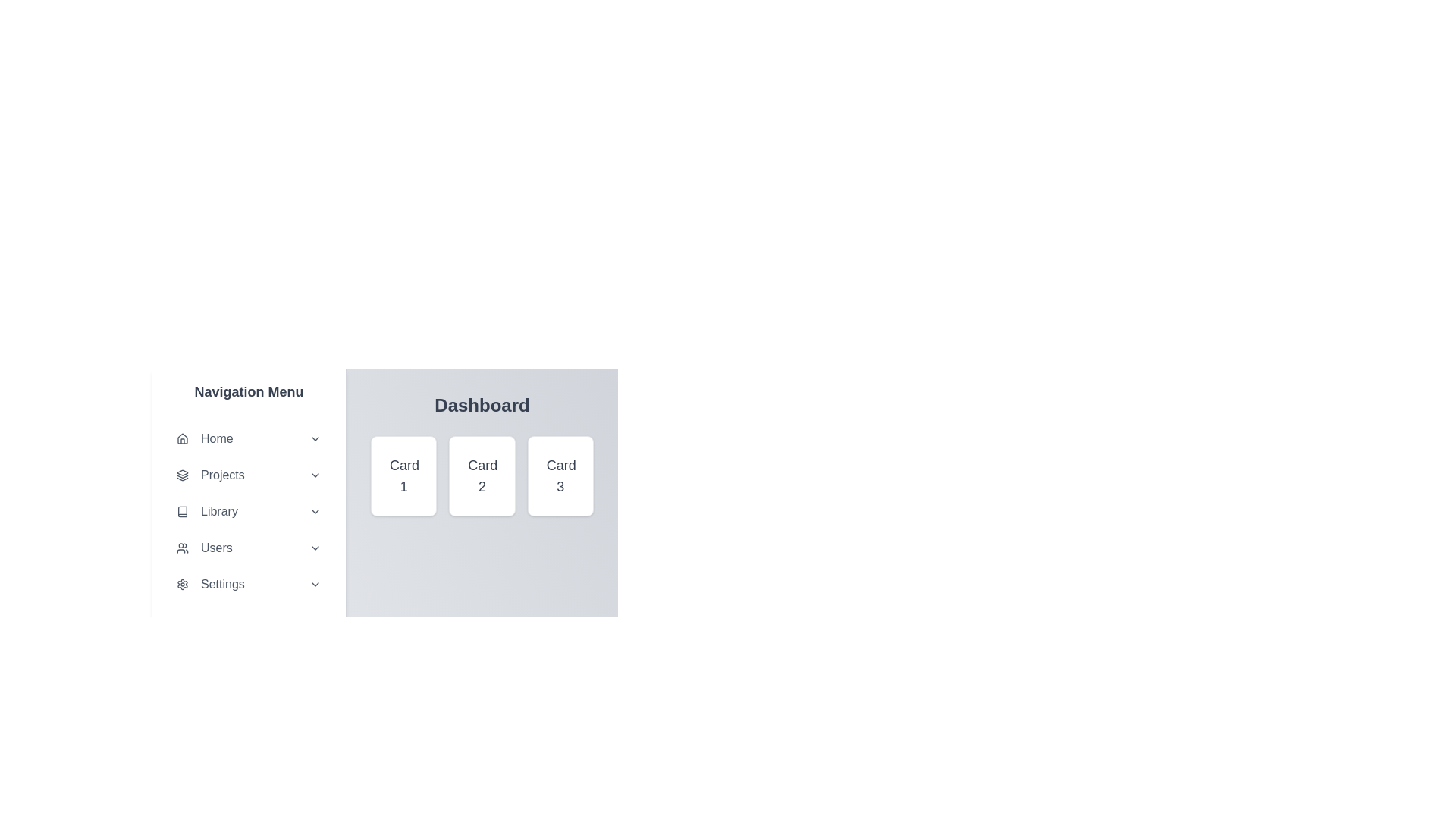  I want to click on the small circular gear-shaped icon representing the settings option in the navigation menu to trigger a tooltip or visual effect, so click(182, 584).